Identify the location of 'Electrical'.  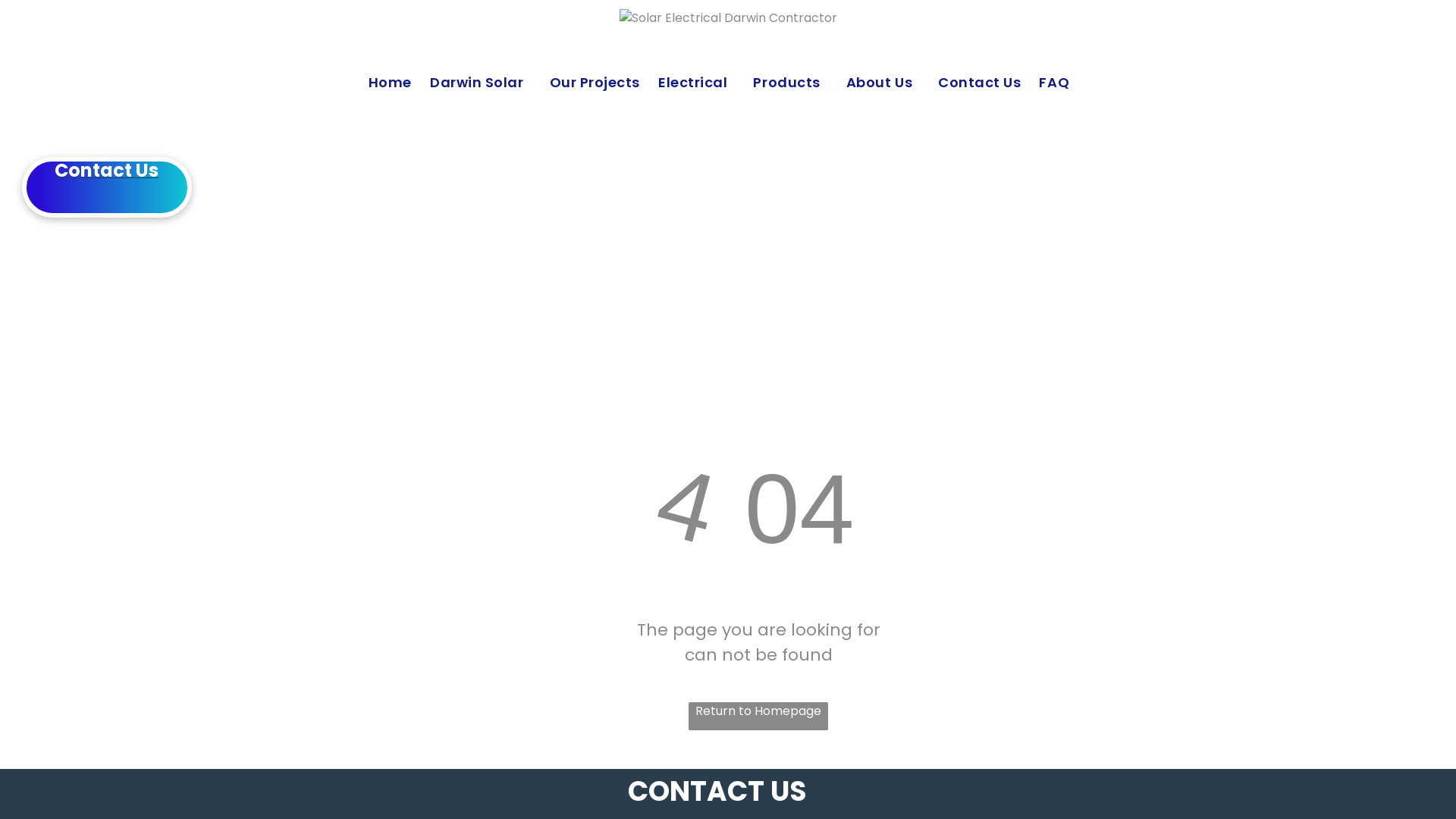
(704, 82).